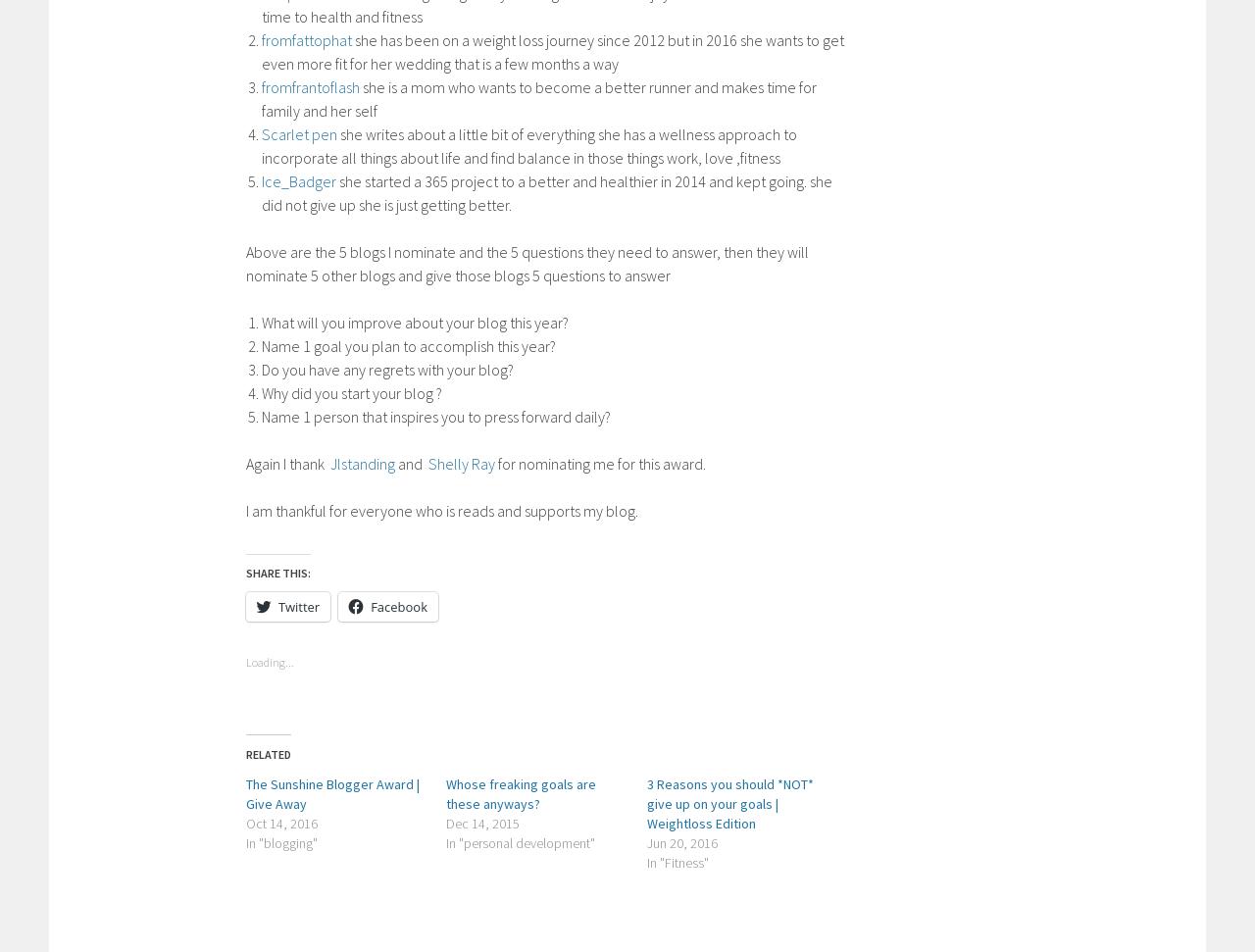 Image resolution: width=1255 pixels, height=952 pixels. Describe the element at coordinates (245, 463) in the screenshot. I see `'Again I thank'` at that location.